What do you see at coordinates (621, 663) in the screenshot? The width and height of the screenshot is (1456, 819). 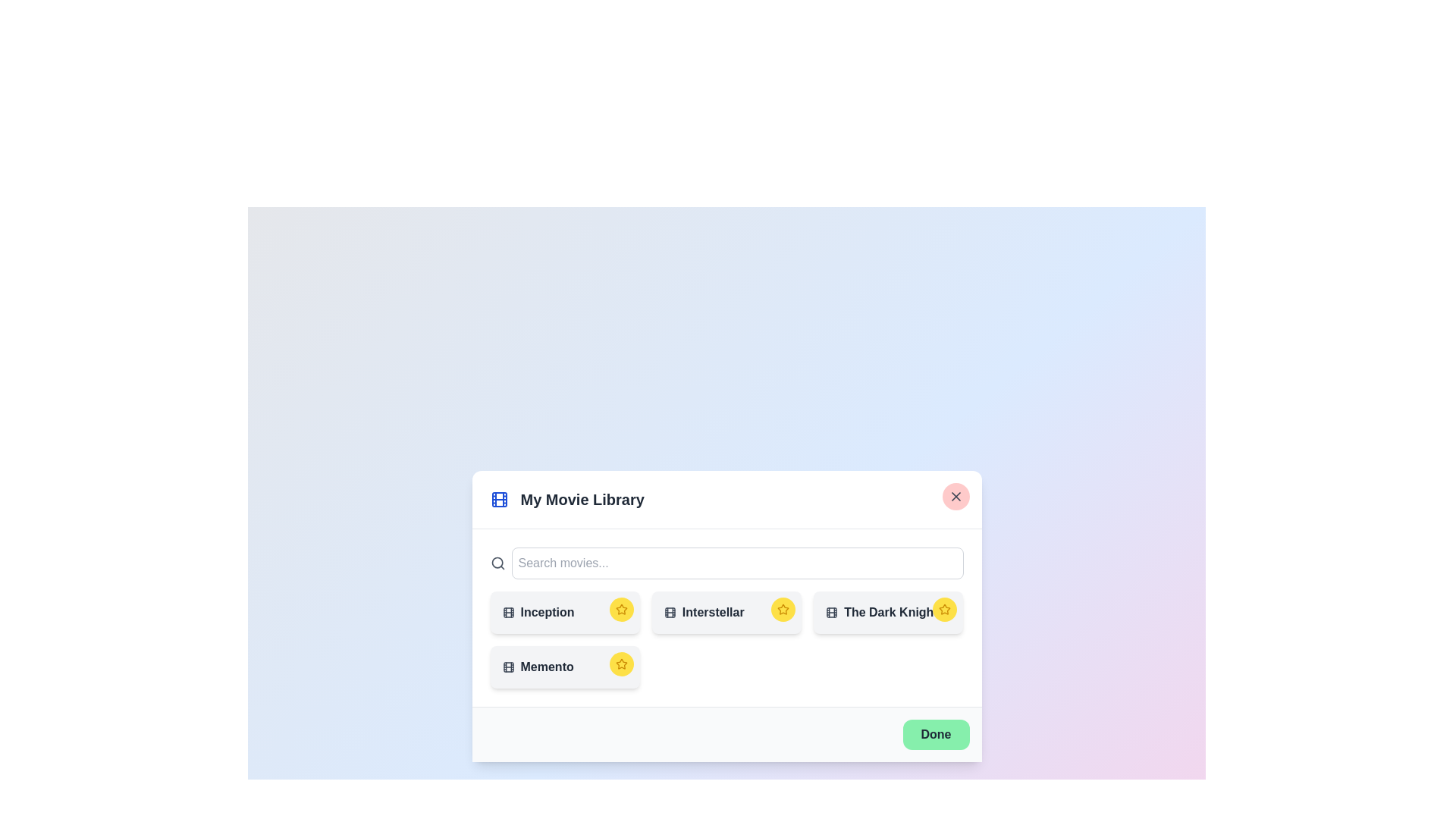 I see `the yellow star-shaped icon with a hollow interior adjacent to the label 'Interstellar' in the movie library interface` at bounding box center [621, 663].